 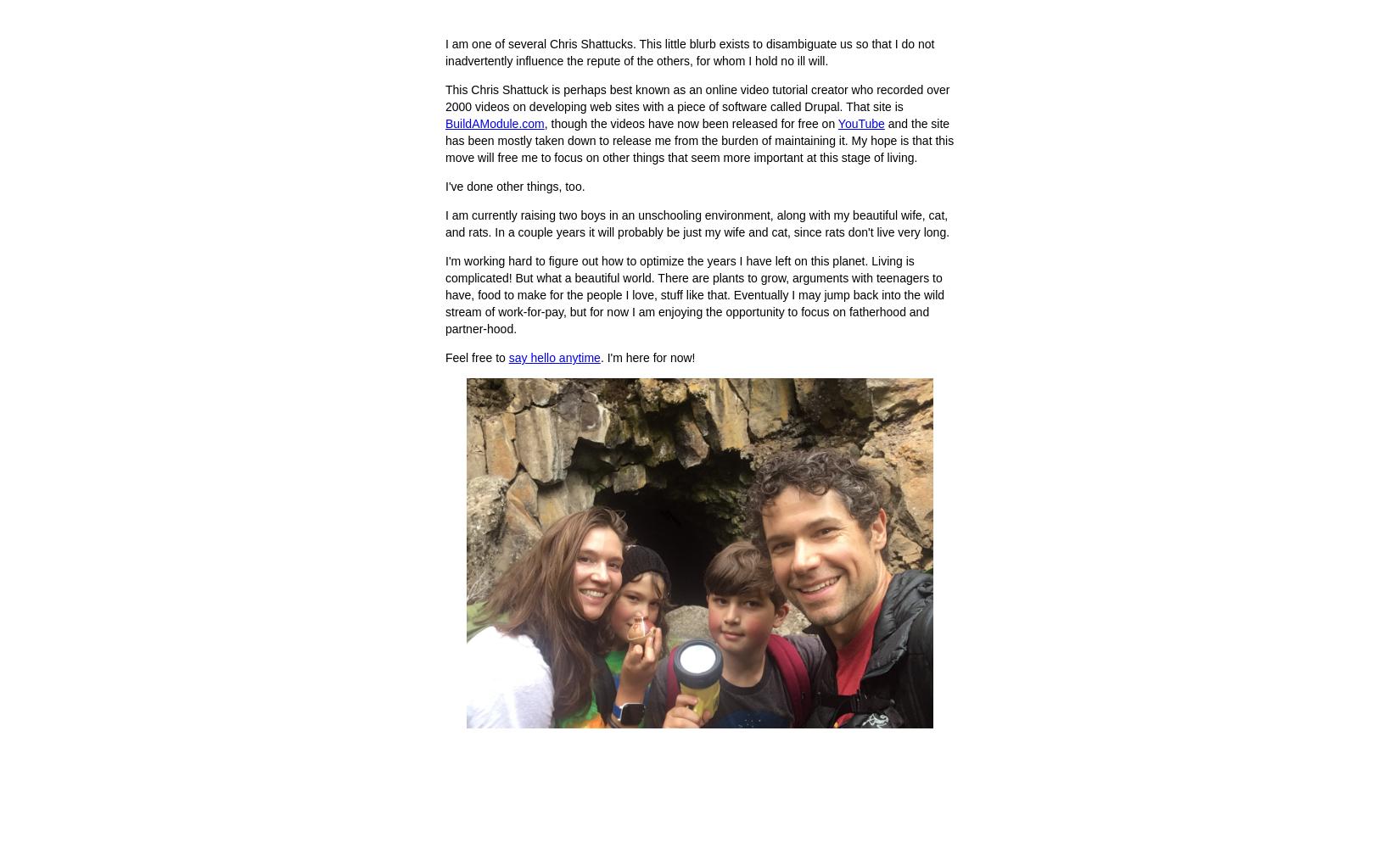 What do you see at coordinates (697, 224) in the screenshot?
I see `'I am currently raising two boys in an unschooling environment, along with my beautiful wife, cat, and rats. In a couple years it will probably be just my wife and cat, since rats don't live very long.'` at bounding box center [697, 224].